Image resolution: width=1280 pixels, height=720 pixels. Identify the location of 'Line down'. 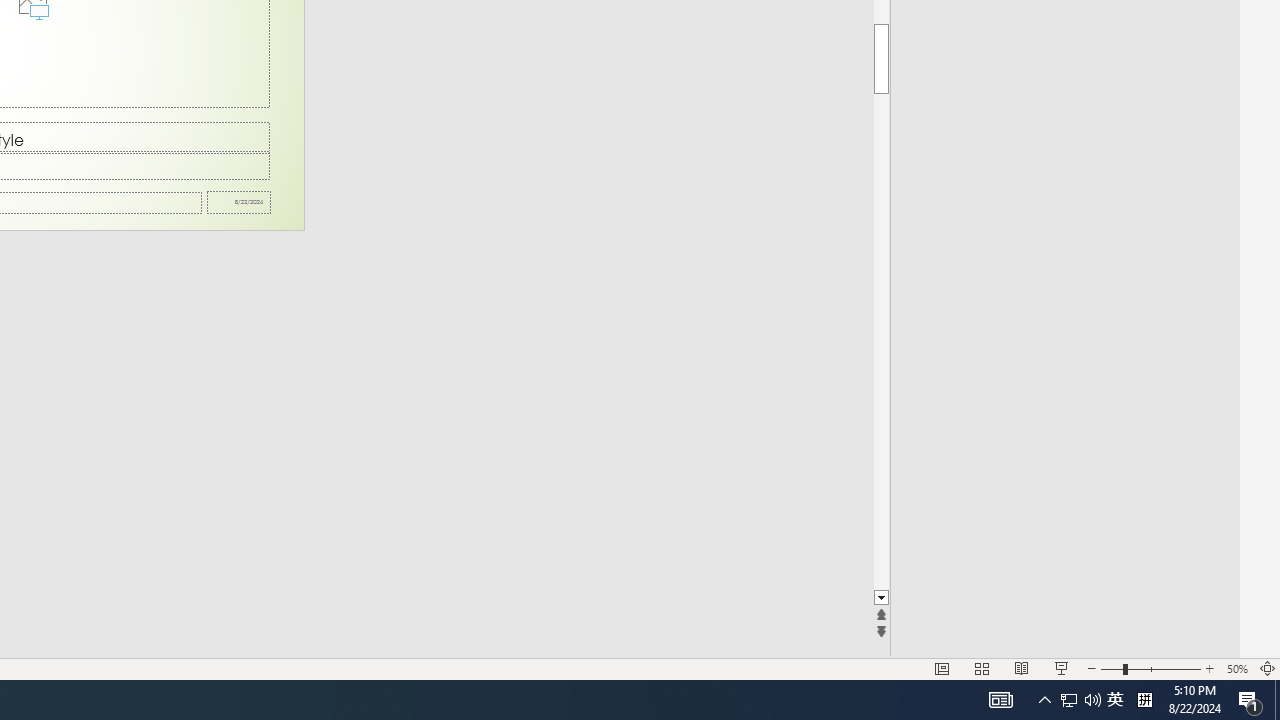
(880, 597).